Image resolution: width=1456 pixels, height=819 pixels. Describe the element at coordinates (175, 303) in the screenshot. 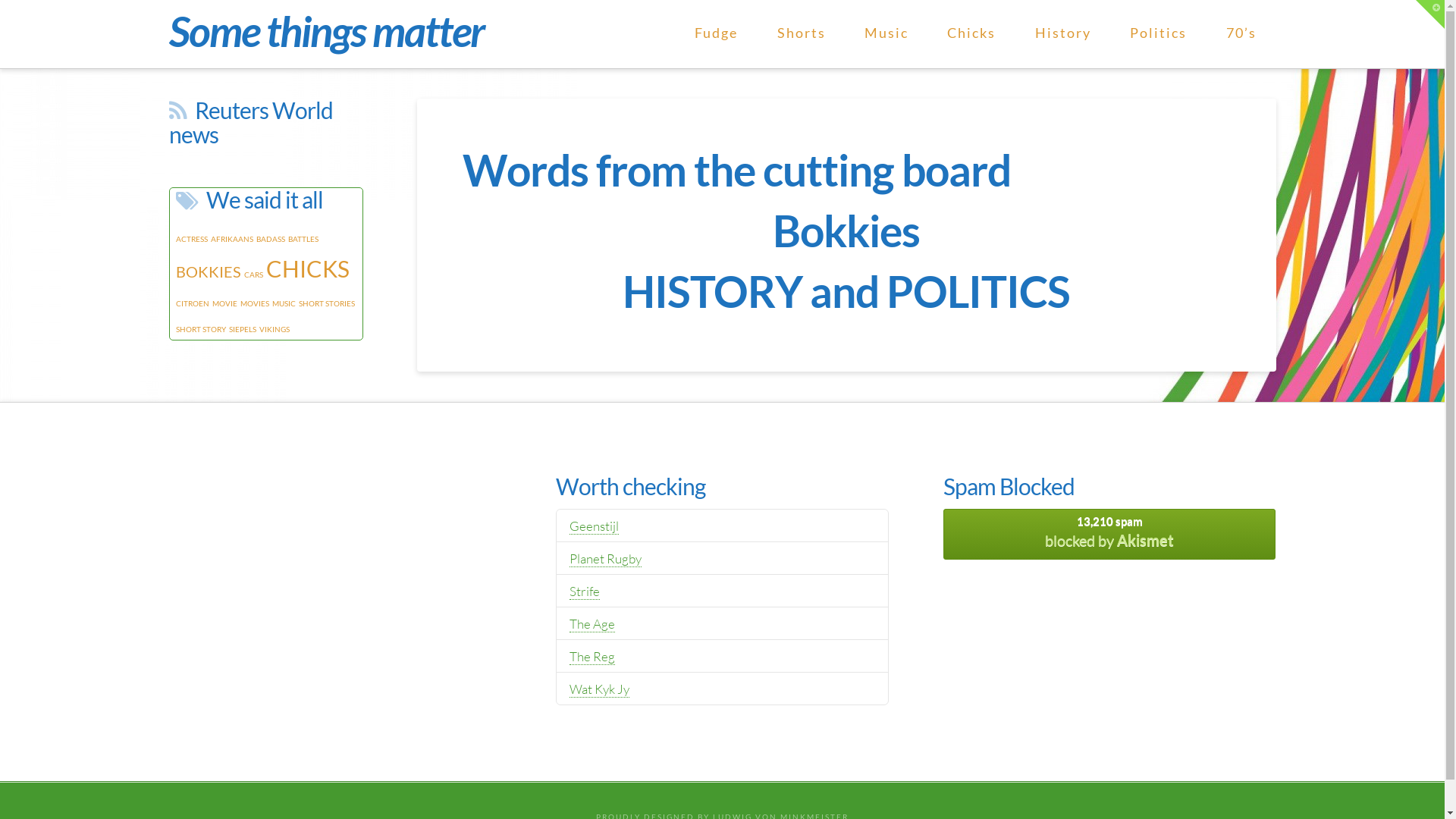

I see `'CITROEN'` at that location.